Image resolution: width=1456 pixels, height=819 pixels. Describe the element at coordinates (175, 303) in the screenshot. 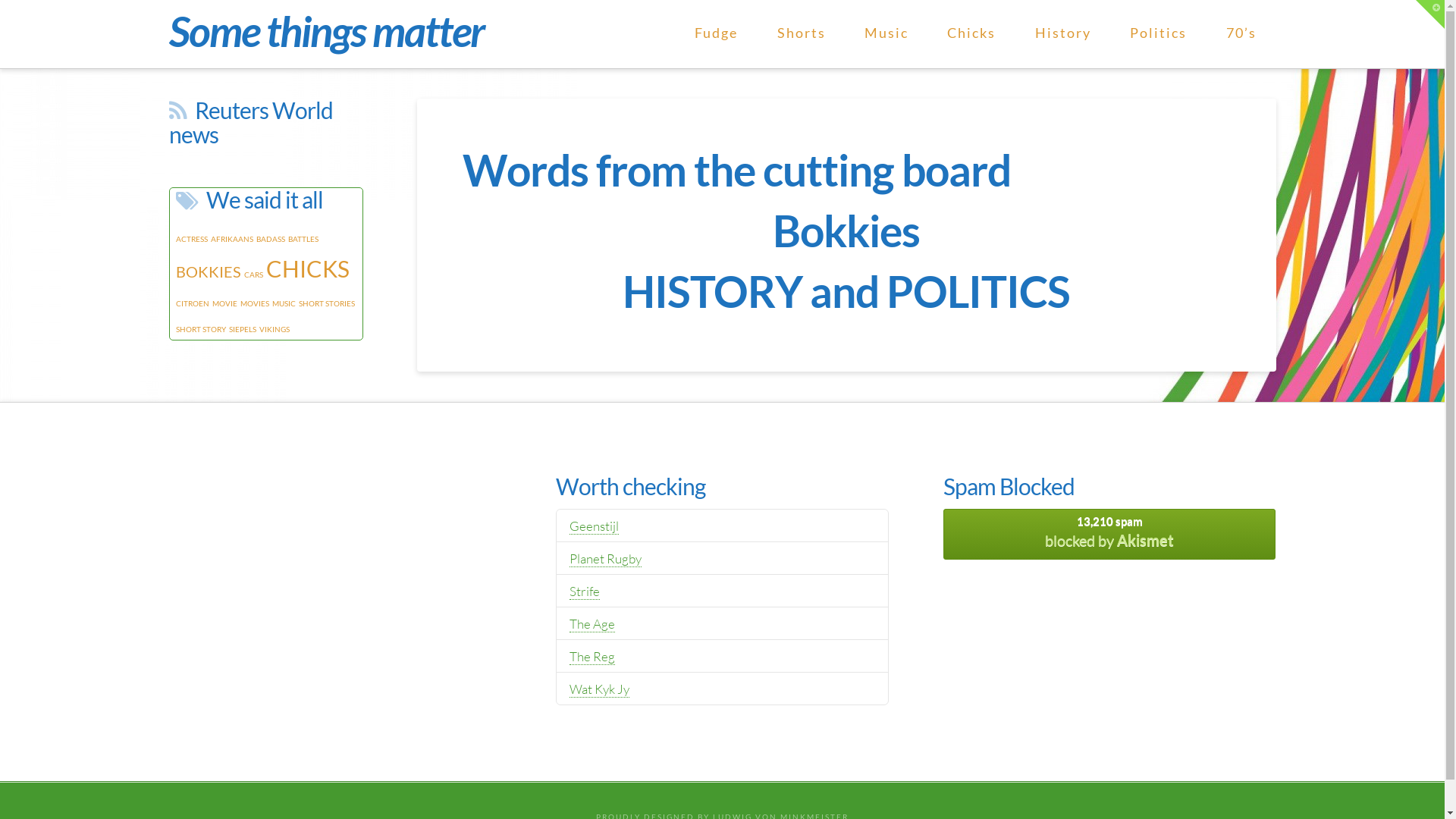

I see `'CITROEN'` at that location.